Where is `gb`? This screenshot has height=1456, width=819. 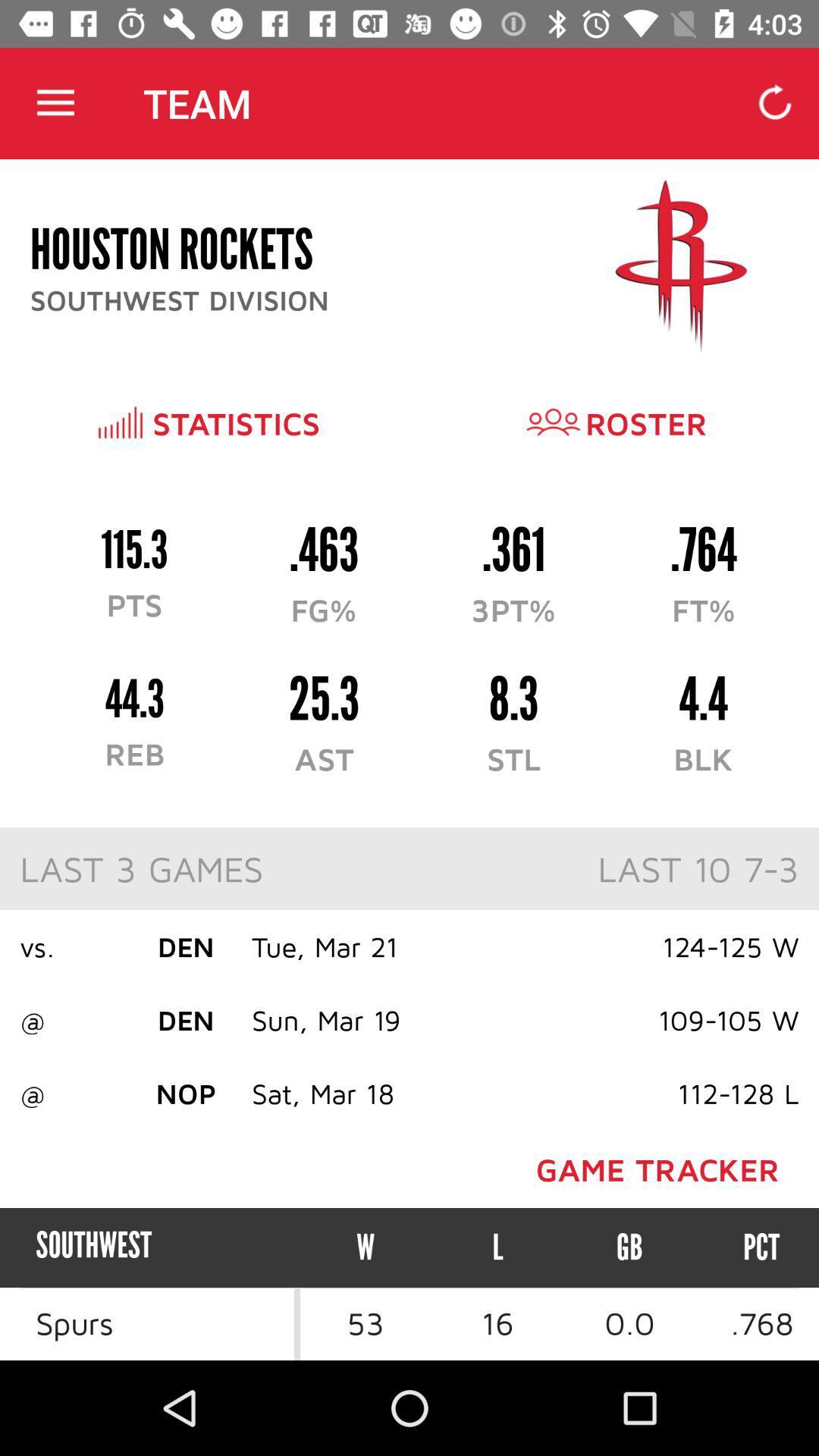
gb is located at coordinates (629, 1247).